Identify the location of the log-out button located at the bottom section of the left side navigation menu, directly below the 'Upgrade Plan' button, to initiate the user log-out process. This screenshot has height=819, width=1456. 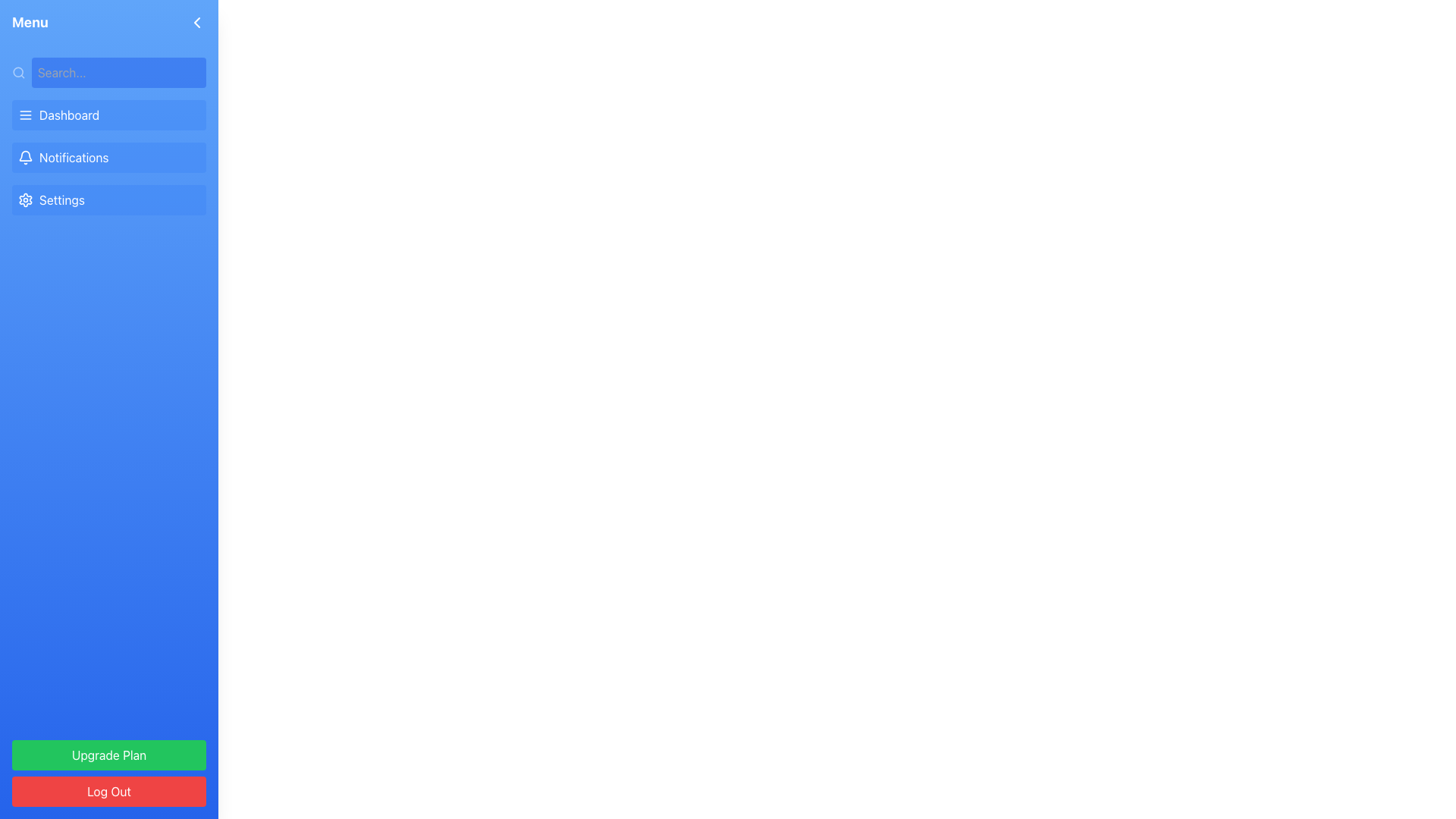
(108, 791).